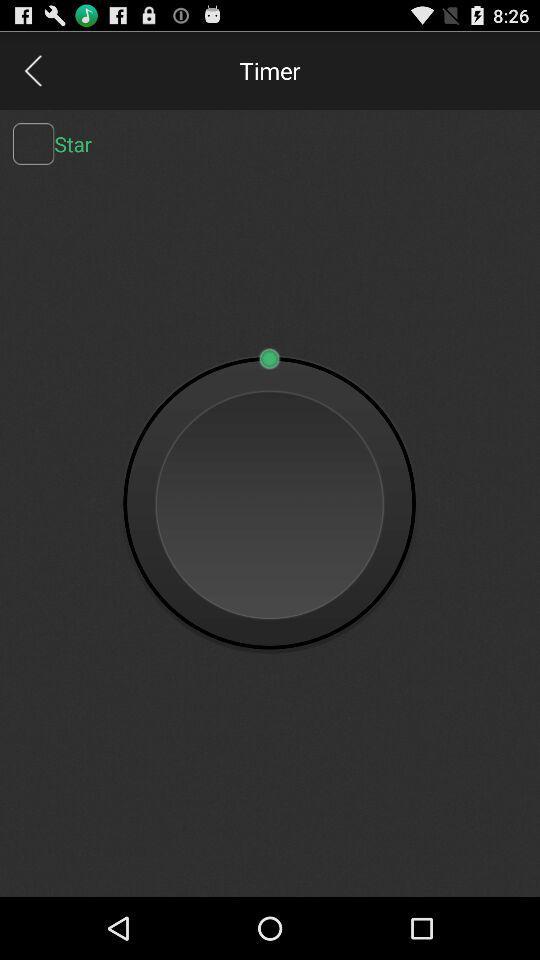 This screenshot has width=540, height=960. I want to click on go back, so click(31, 70).